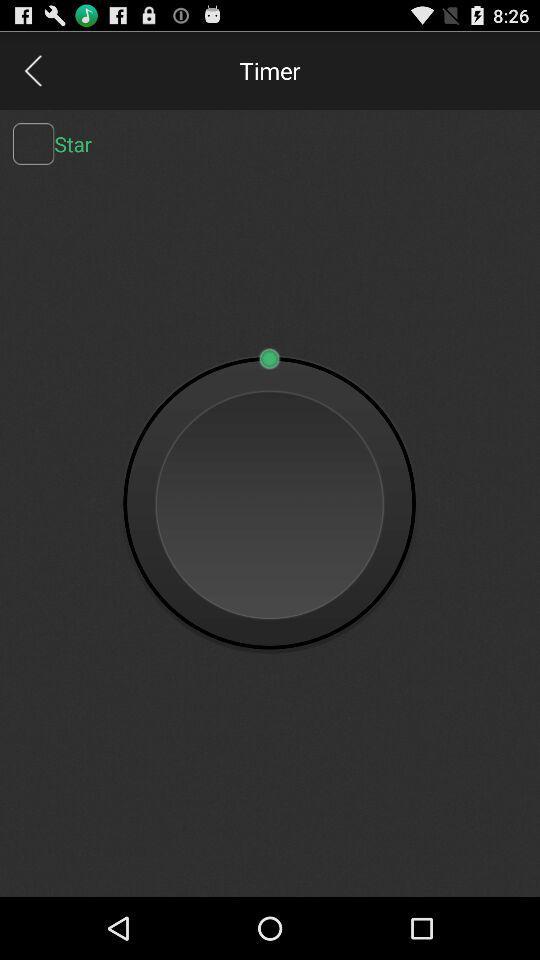 This screenshot has width=540, height=960. I want to click on go back, so click(31, 70).